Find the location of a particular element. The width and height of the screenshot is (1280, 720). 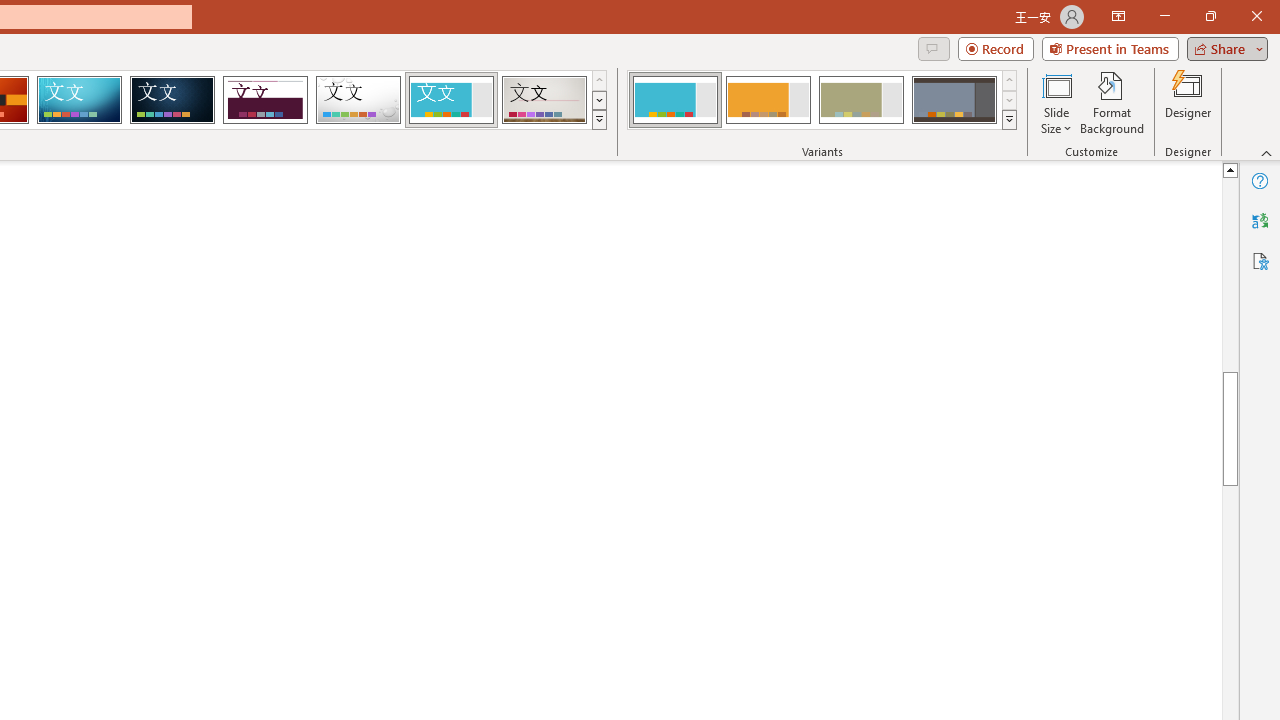

'Slide Size' is located at coordinates (1055, 103).